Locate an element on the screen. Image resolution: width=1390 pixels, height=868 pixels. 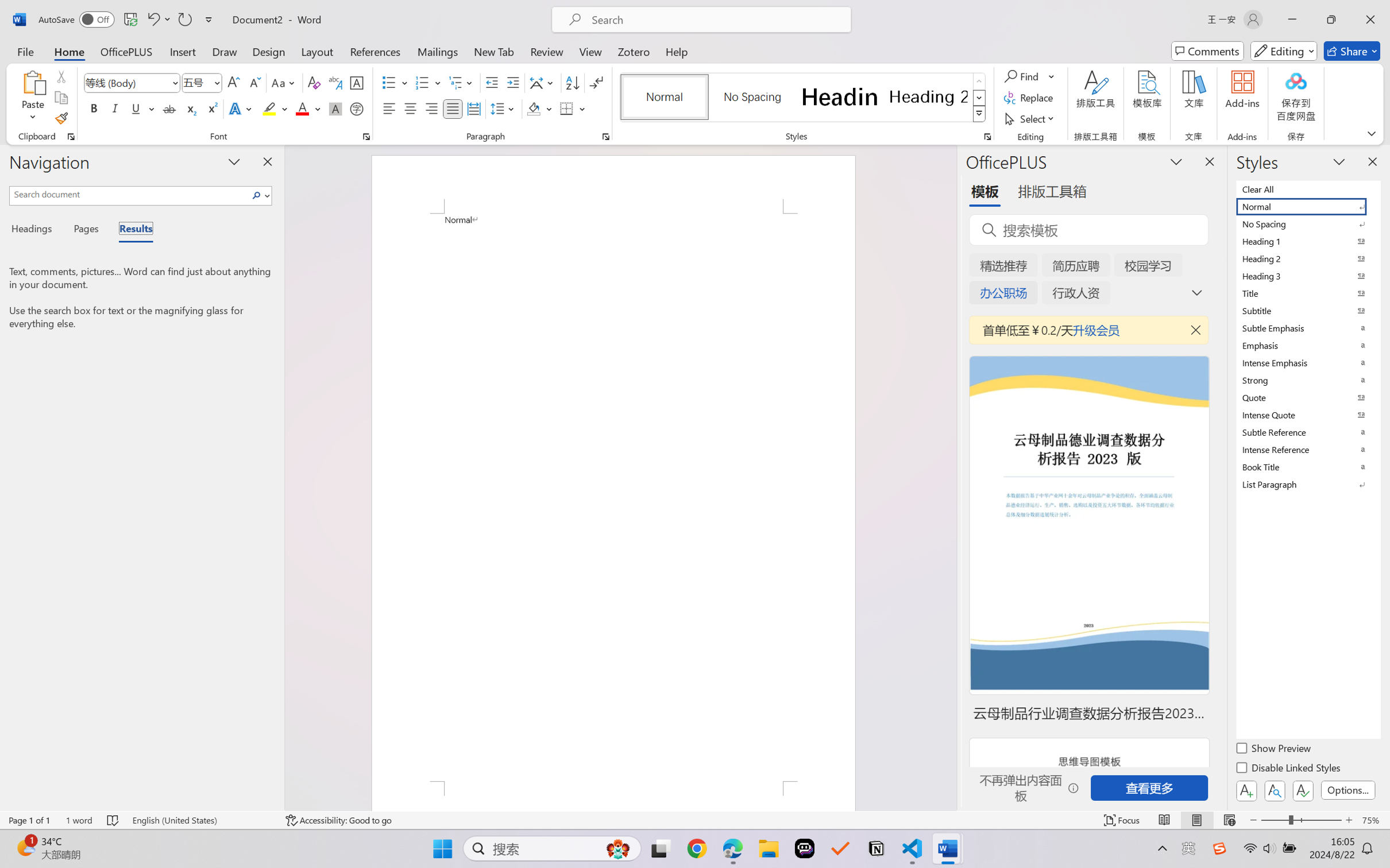
'Text Highlight Color' is located at coordinates (274, 108).